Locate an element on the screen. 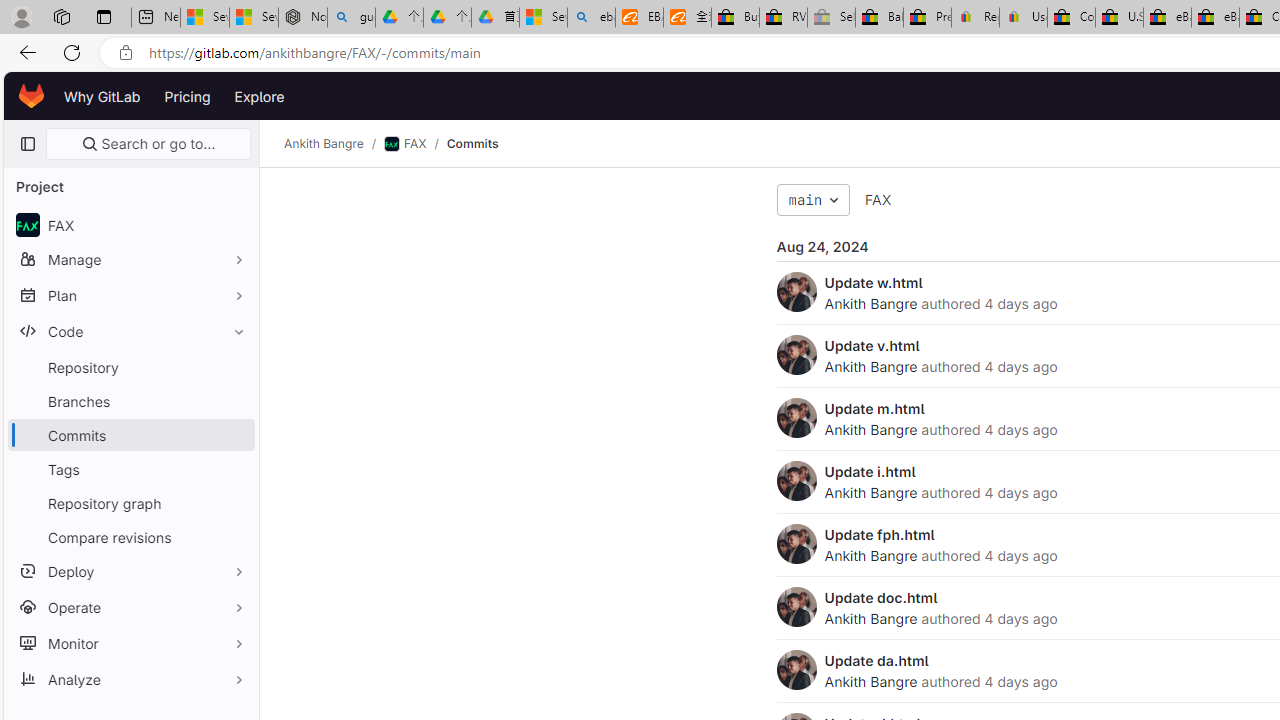 The image size is (1280, 720). 'Consumer Health Data Privacy Policy - eBay Inc.' is located at coordinates (1070, 17).